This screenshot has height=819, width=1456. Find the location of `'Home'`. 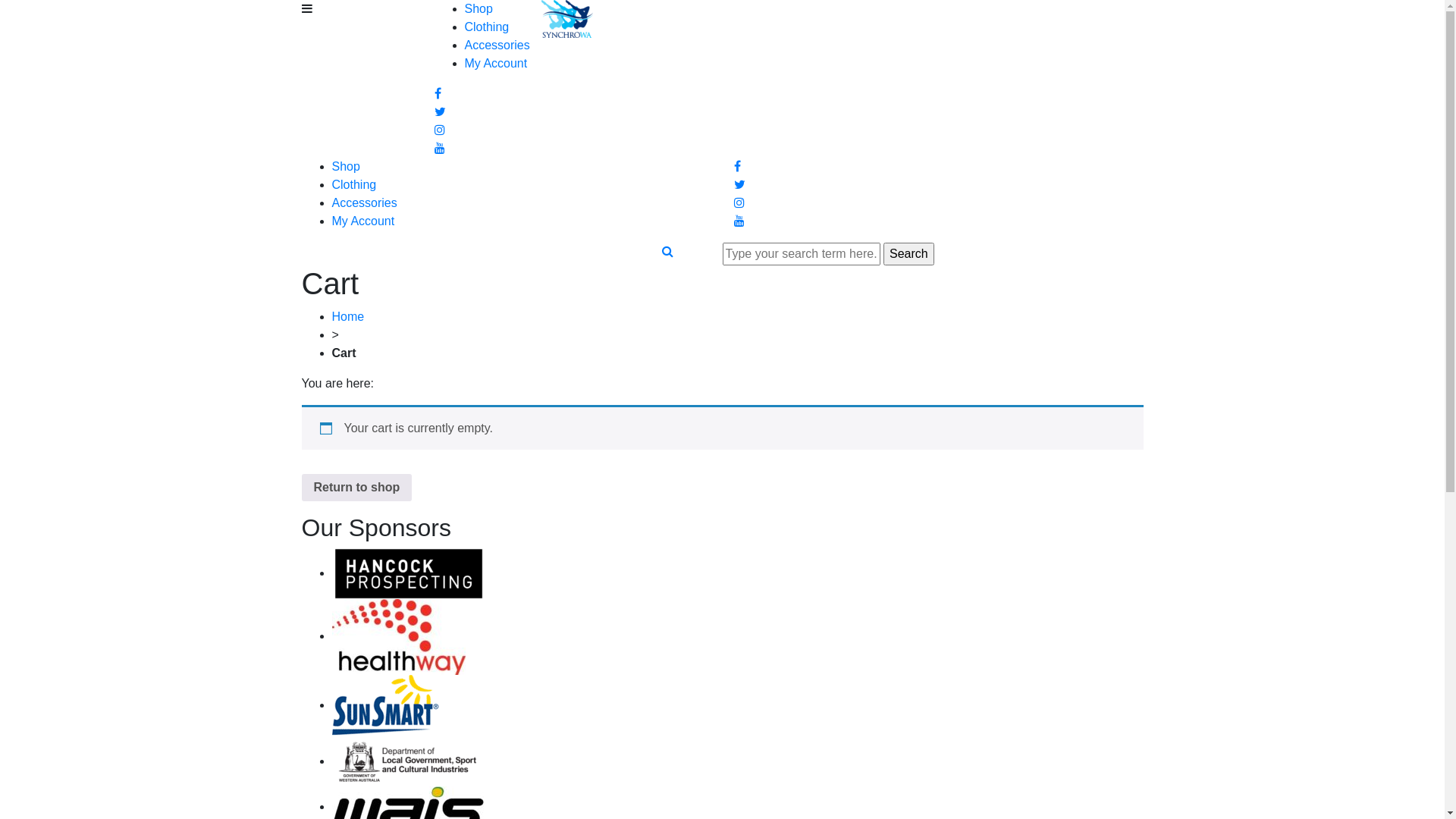

'Home' is located at coordinates (347, 315).